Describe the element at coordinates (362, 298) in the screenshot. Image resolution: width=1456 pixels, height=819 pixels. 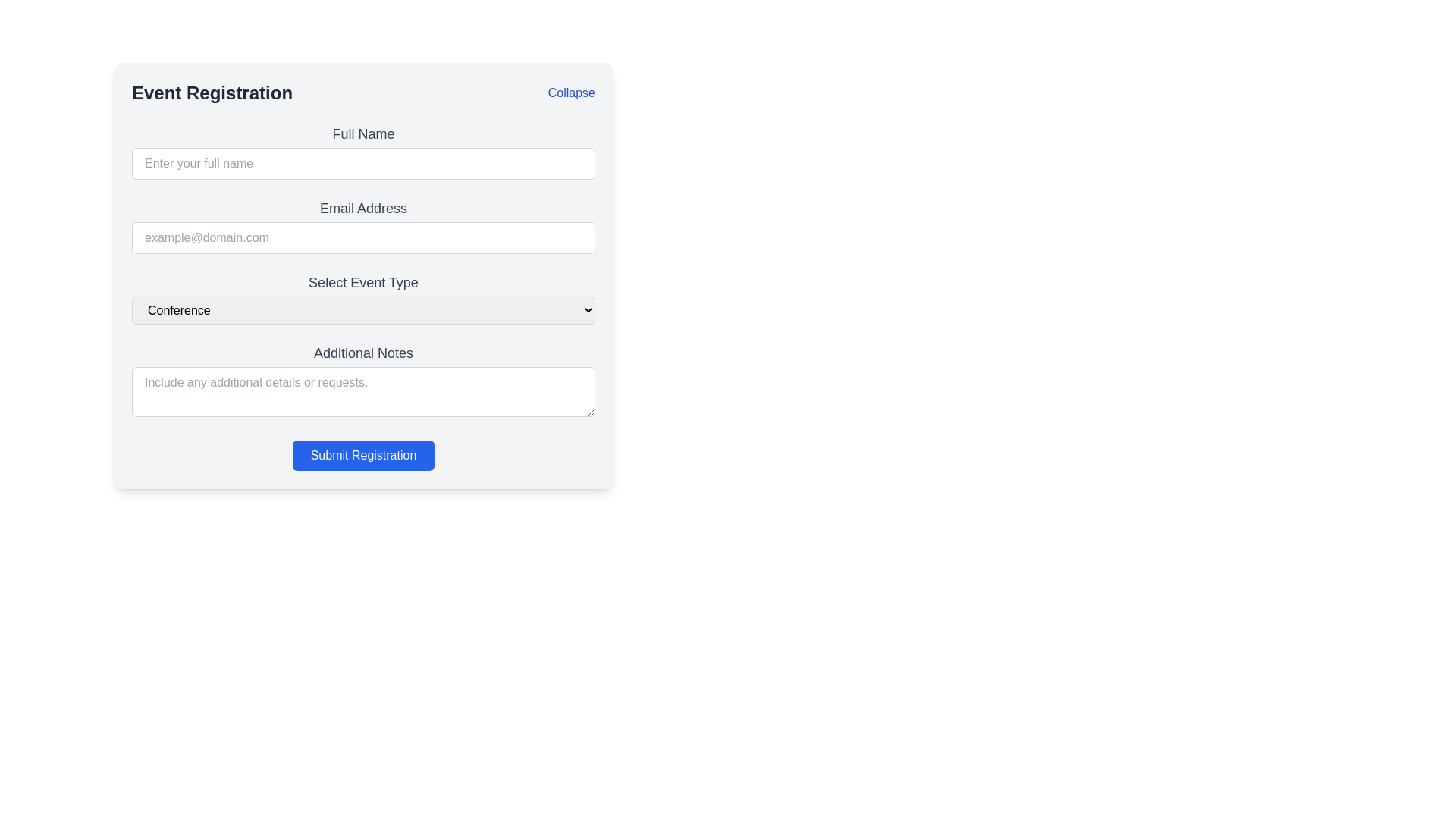
I see `the dropdown menu labeled 'Select Event Type'` at that location.